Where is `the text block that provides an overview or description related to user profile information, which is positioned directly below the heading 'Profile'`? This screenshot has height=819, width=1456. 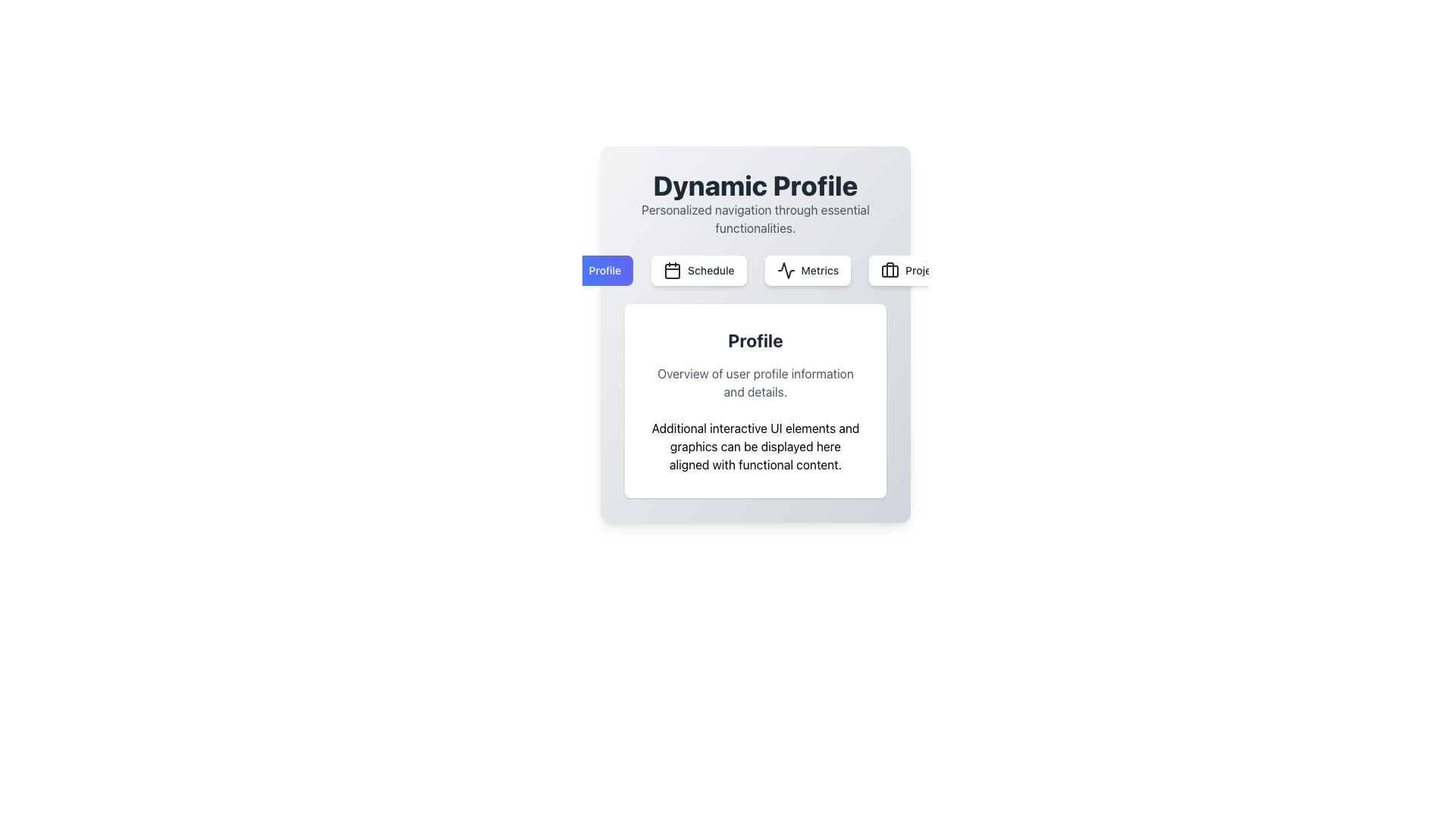 the text block that provides an overview or description related to user profile information, which is positioned directly below the heading 'Profile' is located at coordinates (755, 382).